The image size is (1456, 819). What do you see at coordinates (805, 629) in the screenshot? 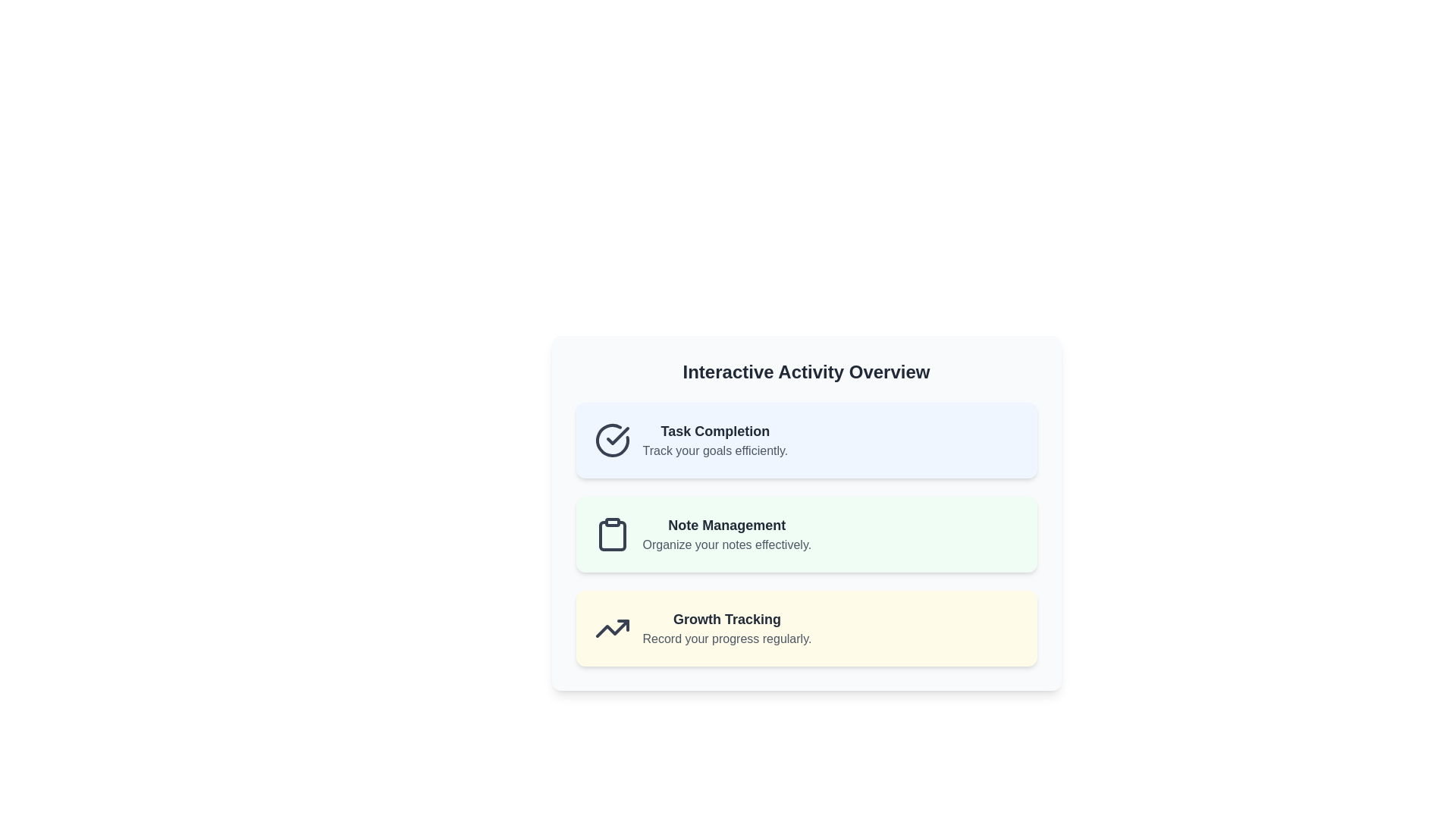
I see `the third card in the 'Interactive Activity Overview' section, which contains information about growth tracking and is positioned below the 'Note Management' card` at bounding box center [805, 629].